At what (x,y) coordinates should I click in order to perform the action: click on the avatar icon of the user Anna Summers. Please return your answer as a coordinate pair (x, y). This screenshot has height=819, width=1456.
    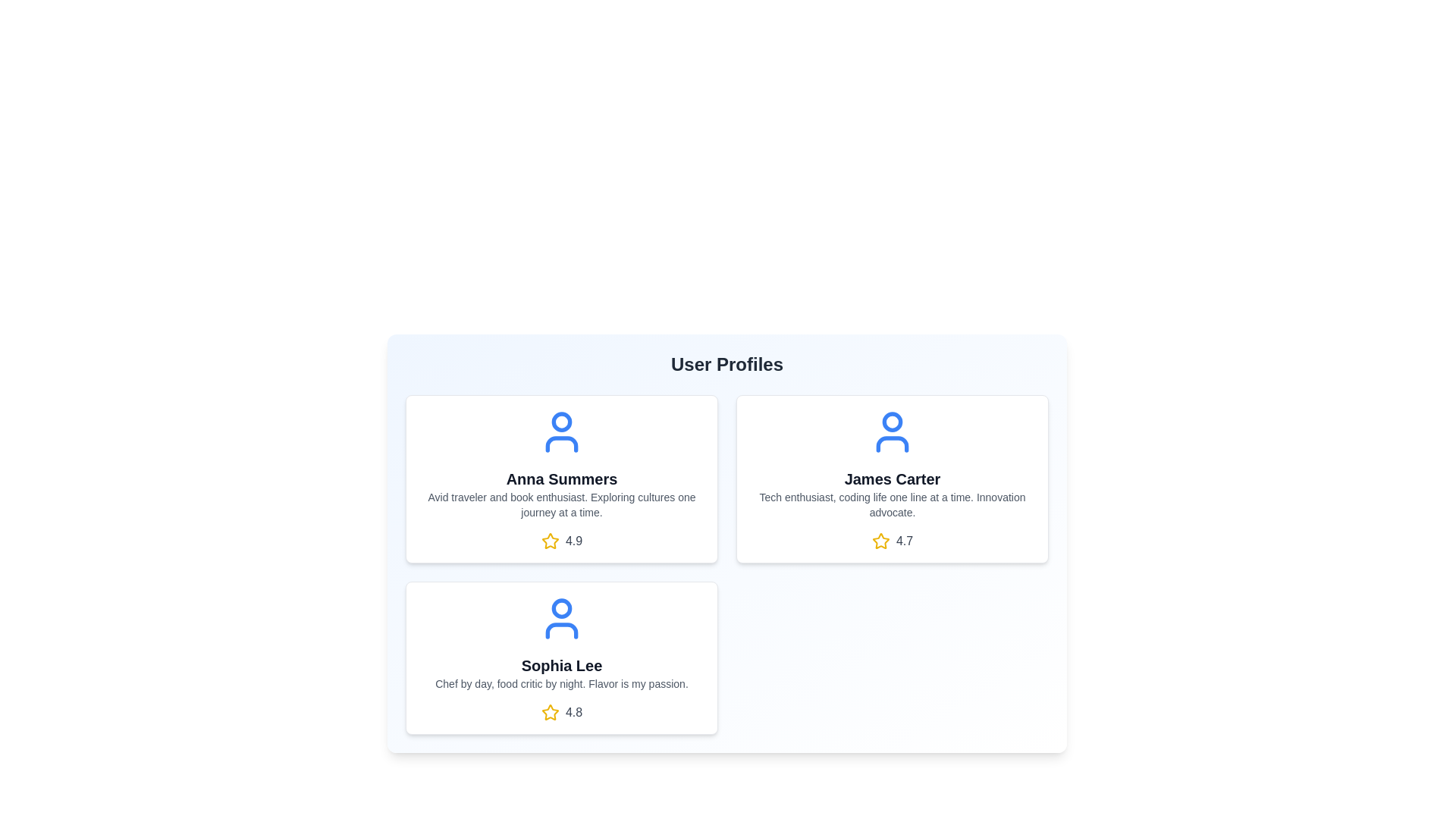
    Looking at the image, I should click on (560, 432).